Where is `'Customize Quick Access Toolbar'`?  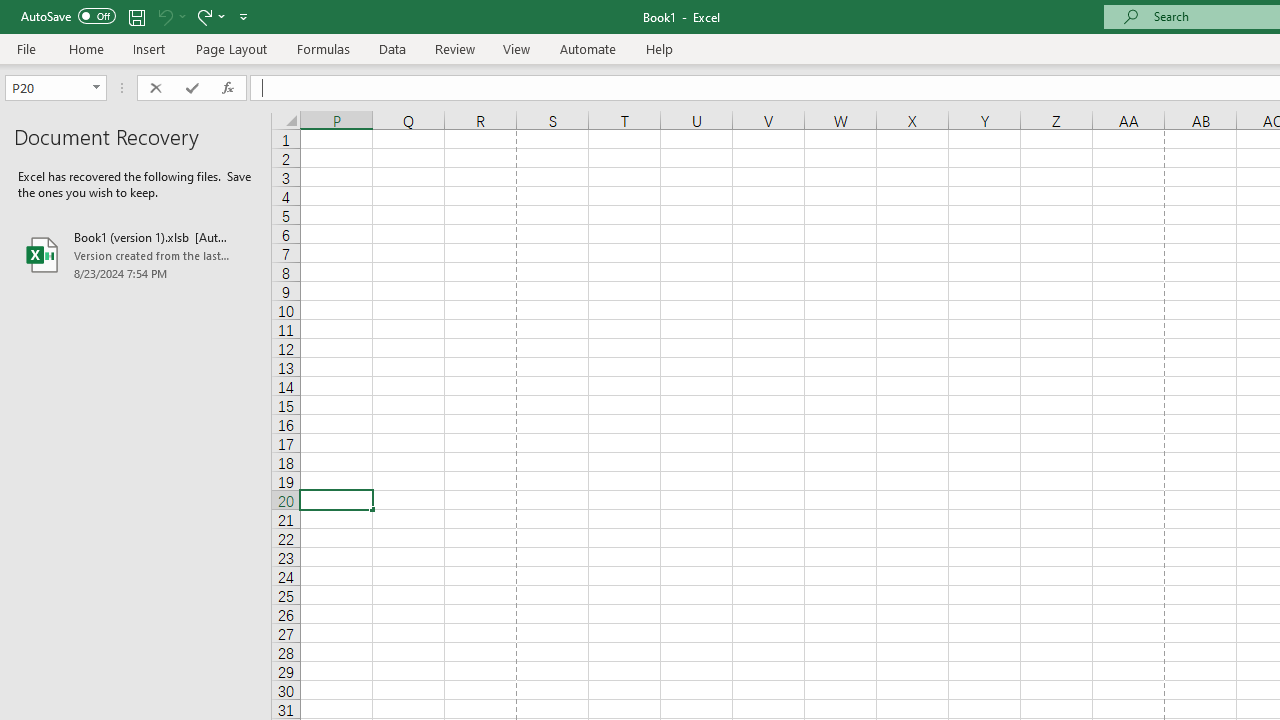 'Customize Quick Access Toolbar' is located at coordinates (243, 16).